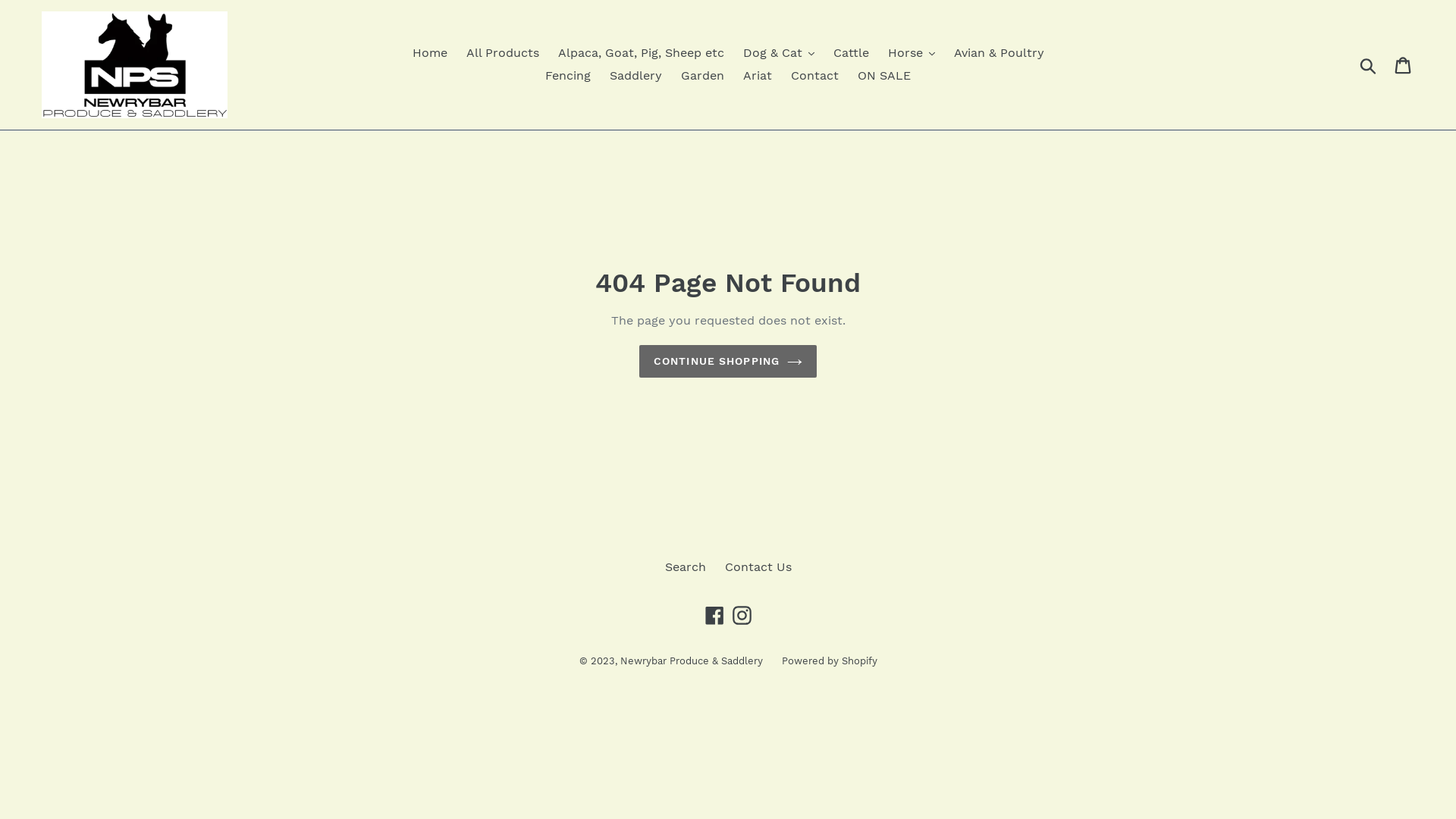 Image resolution: width=1456 pixels, height=819 pixels. What do you see at coordinates (1369, 63) in the screenshot?
I see `'Submit'` at bounding box center [1369, 63].